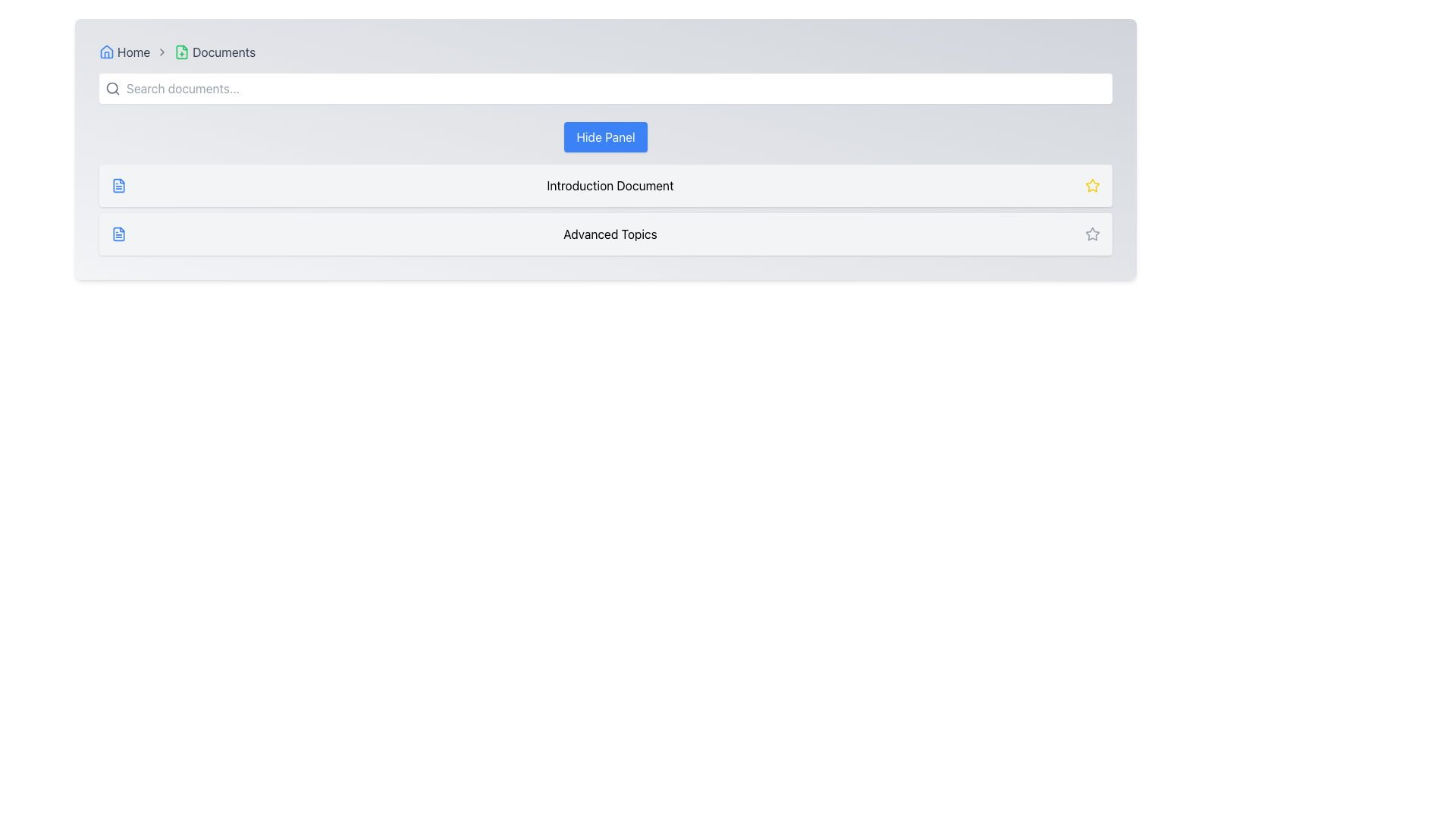 Image resolution: width=1456 pixels, height=819 pixels. Describe the element at coordinates (118, 234) in the screenshot. I see `the document functionalities icon located at the leftmost part of the second row, aligned with the 'Advanced Topics' text` at that location.